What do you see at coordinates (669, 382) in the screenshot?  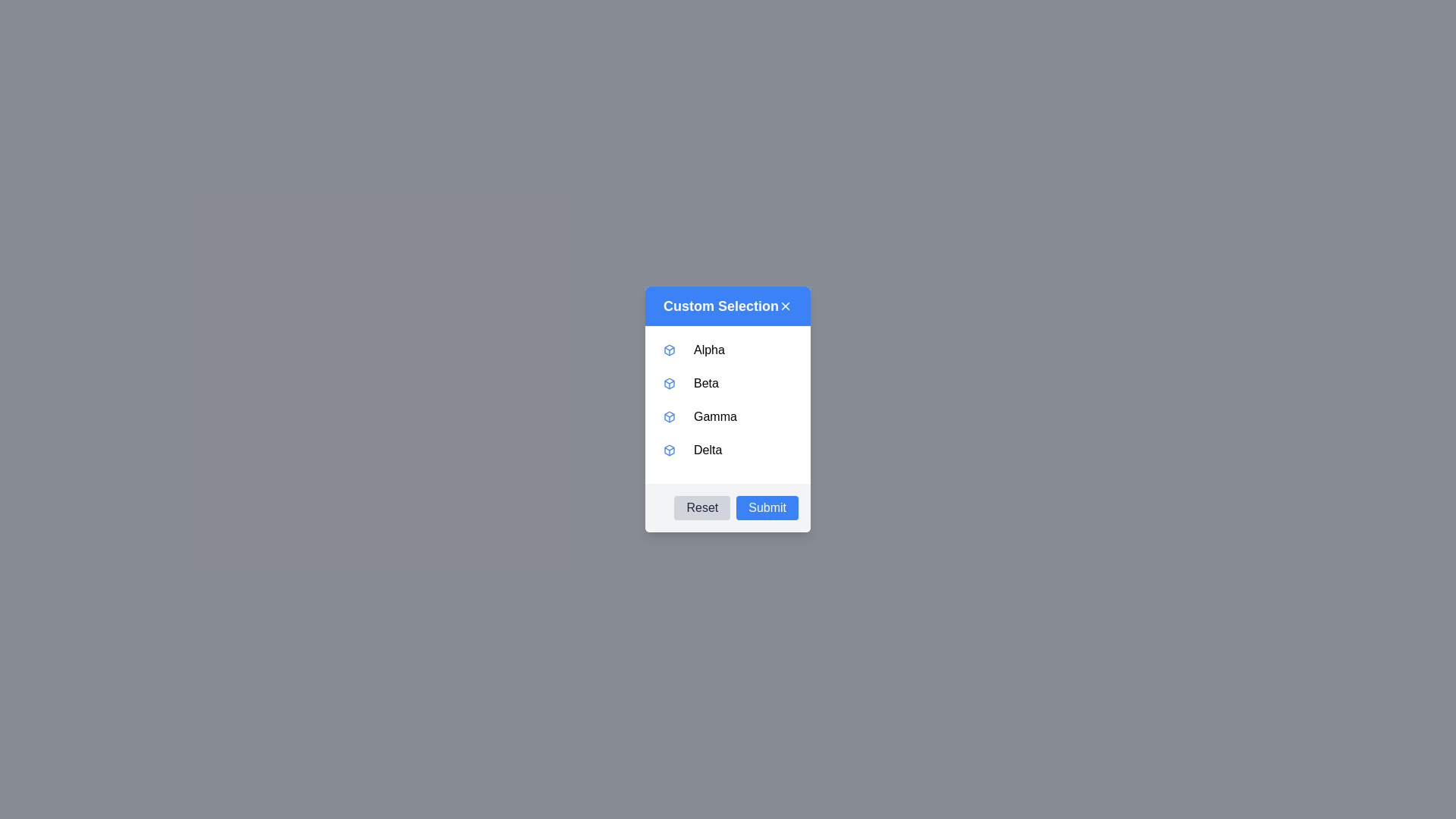 I see `the 'Beta' icon located` at bounding box center [669, 382].